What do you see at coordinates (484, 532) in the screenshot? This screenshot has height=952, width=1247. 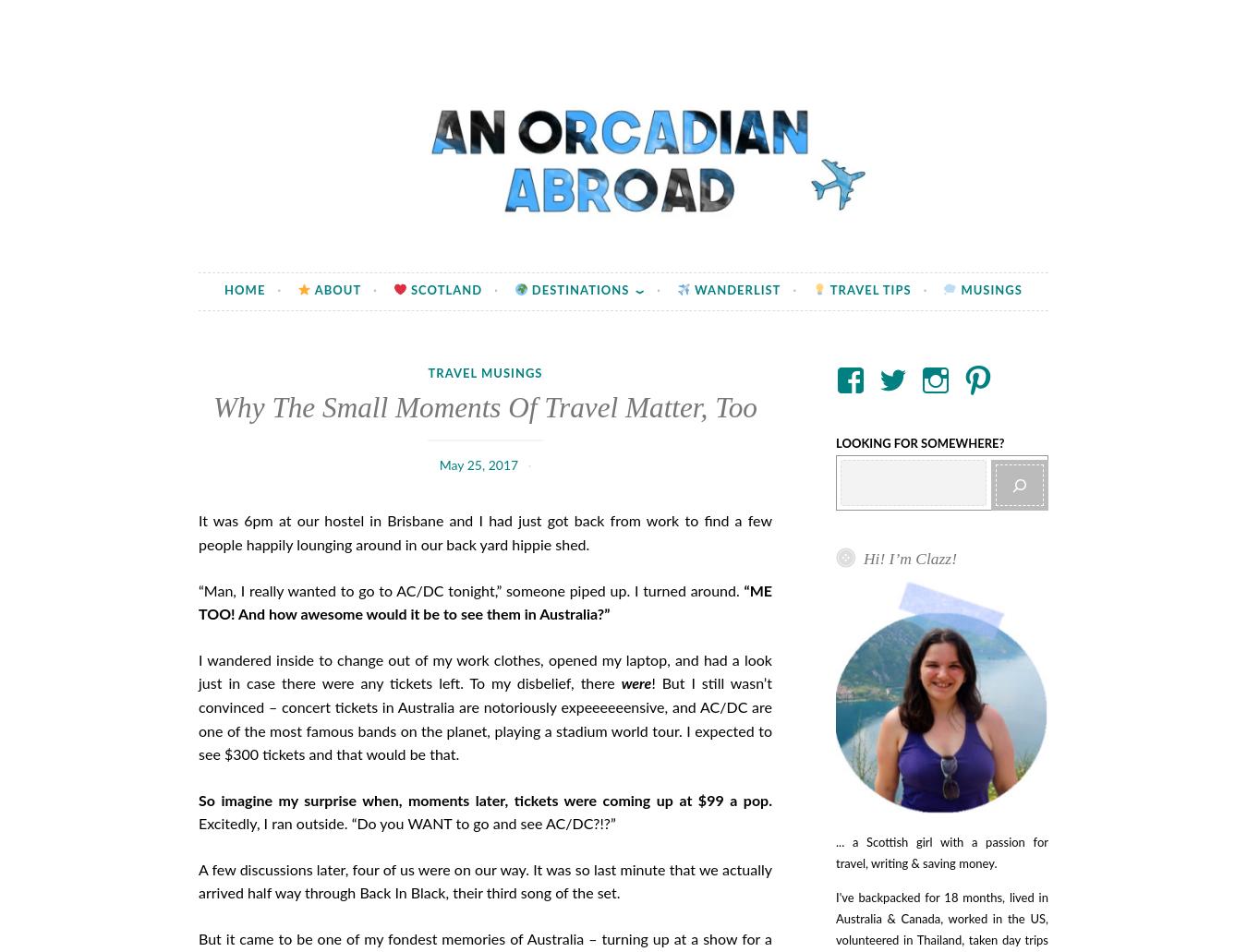 I see `'It was 6pm at our hostel in Brisbane and I had just got back from work to find a few people happily lounging around in our back yard hippie shed.'` at bounding box center [484, 532].